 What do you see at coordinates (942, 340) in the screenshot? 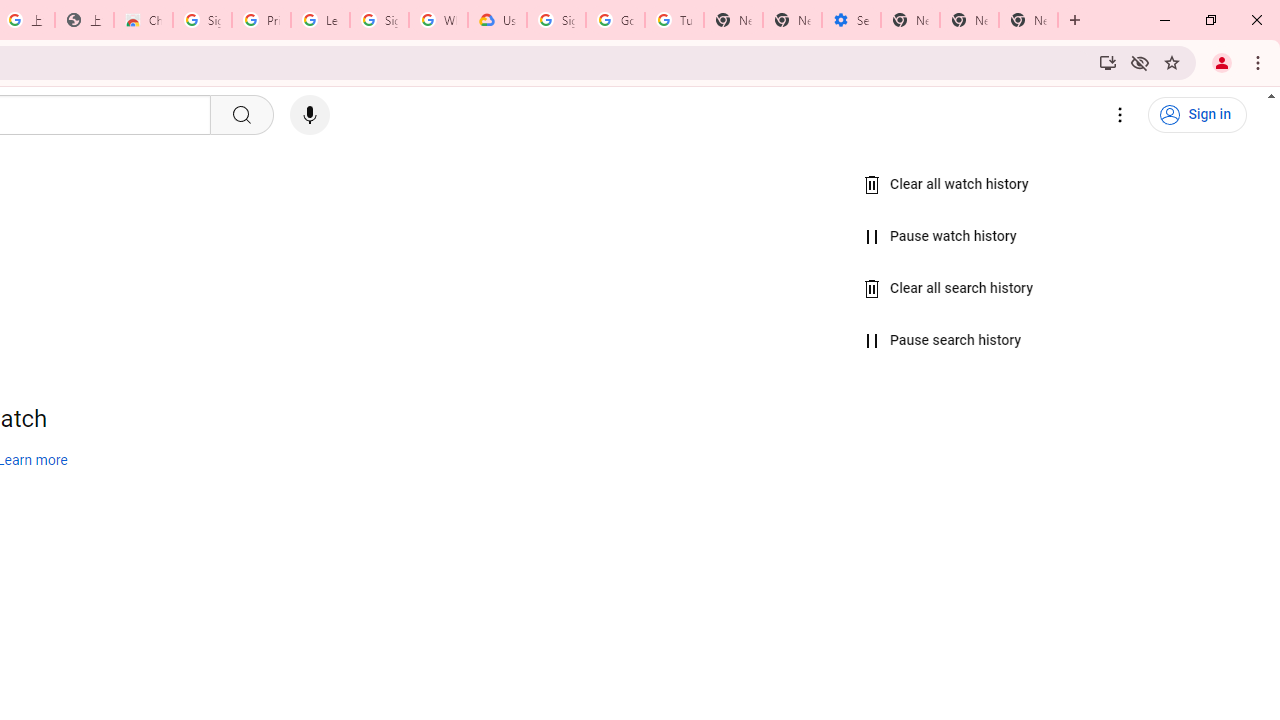
I see `'Pause search history'` at bounding box center [942, 340].